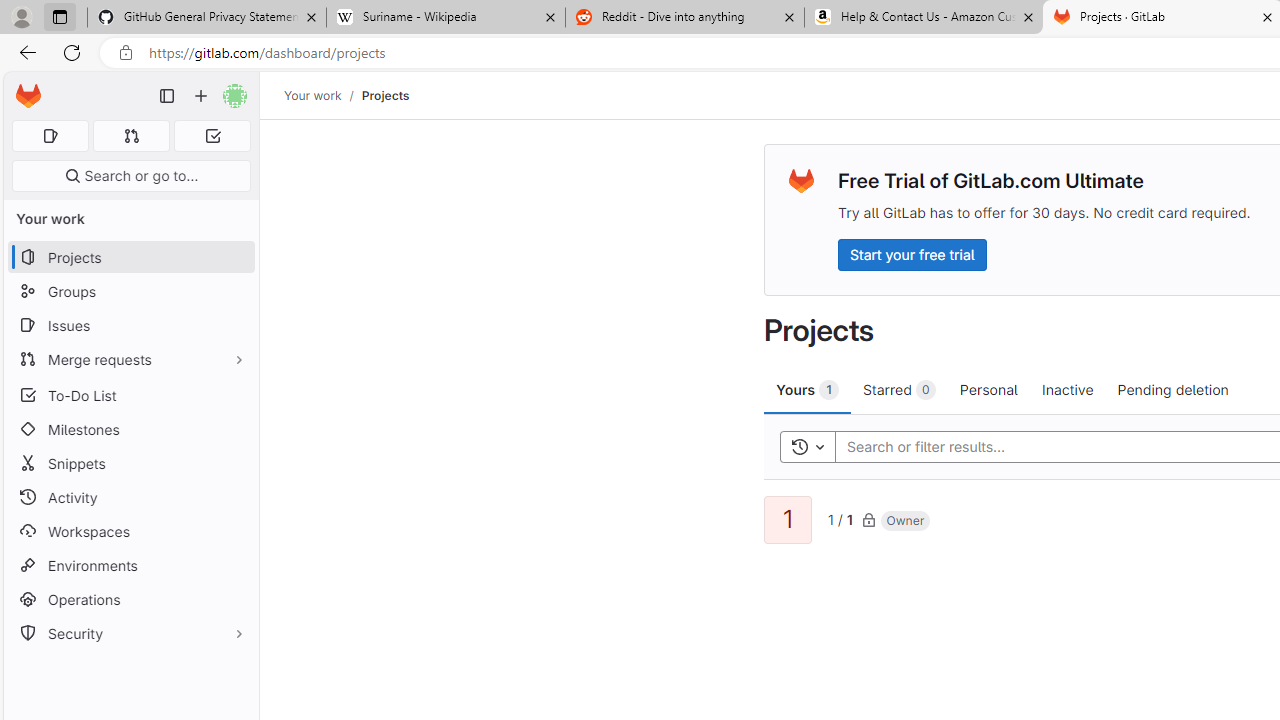 The image size is (1280, 720). Describe the element at coordinates (50, 135) in the screenshot. I see `'Assigned issues 0'` at that location.